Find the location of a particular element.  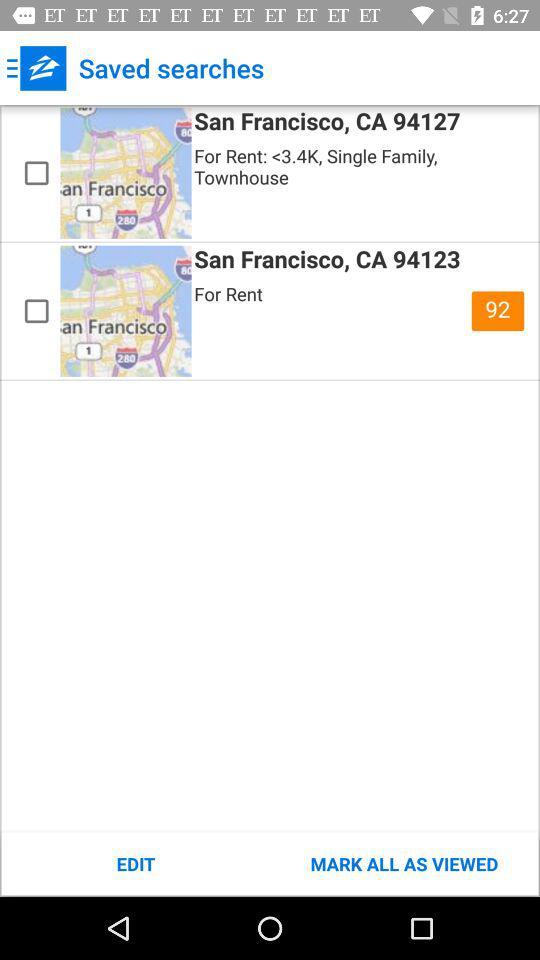

this saved property is located at coordinates (36, 172).